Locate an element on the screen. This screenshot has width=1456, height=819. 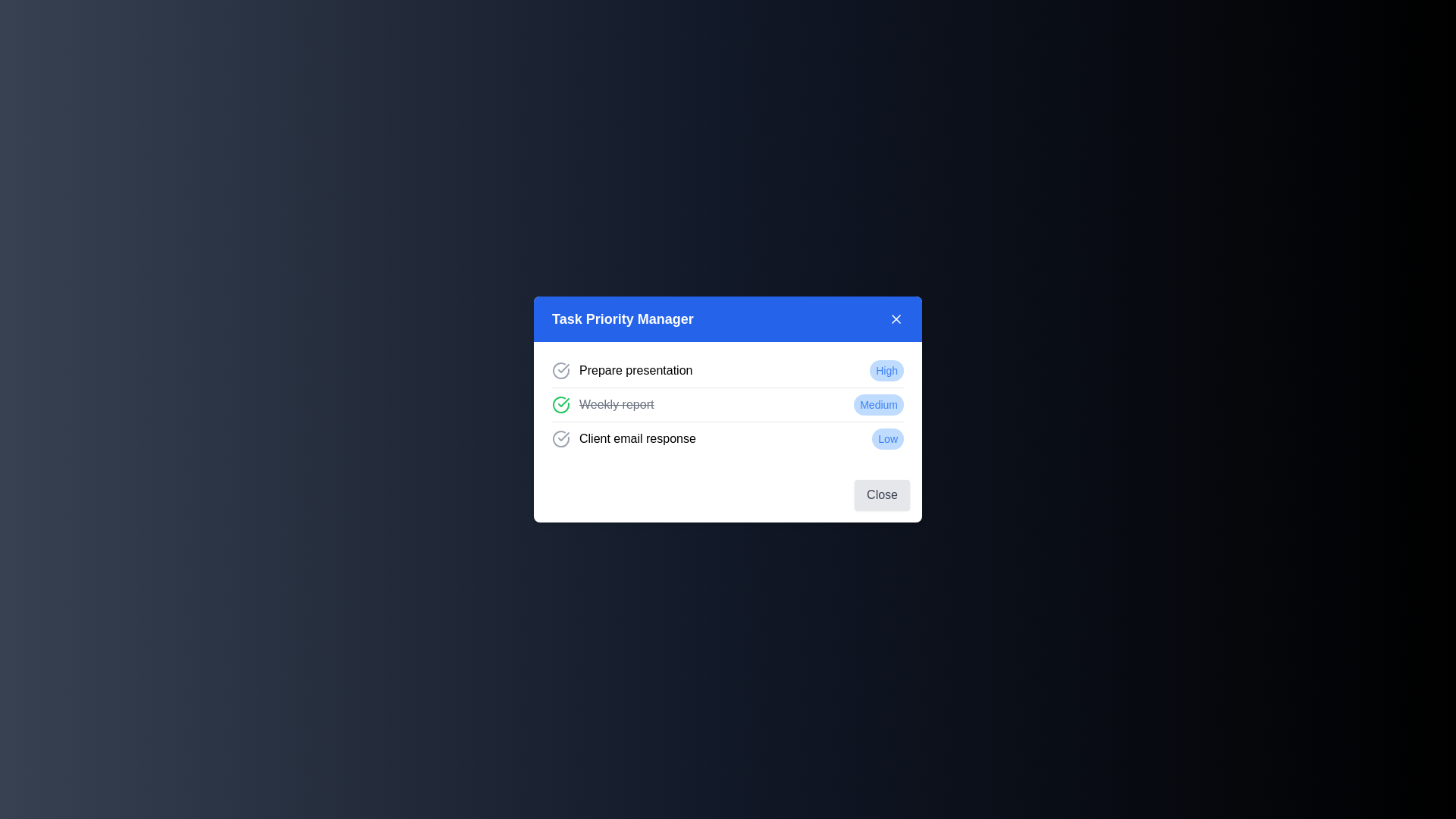
the first list item labeled 'Prepare presentation' with a high priority indicator in the 'Task Priority Manager' modal is located at coordinates (728, 371).